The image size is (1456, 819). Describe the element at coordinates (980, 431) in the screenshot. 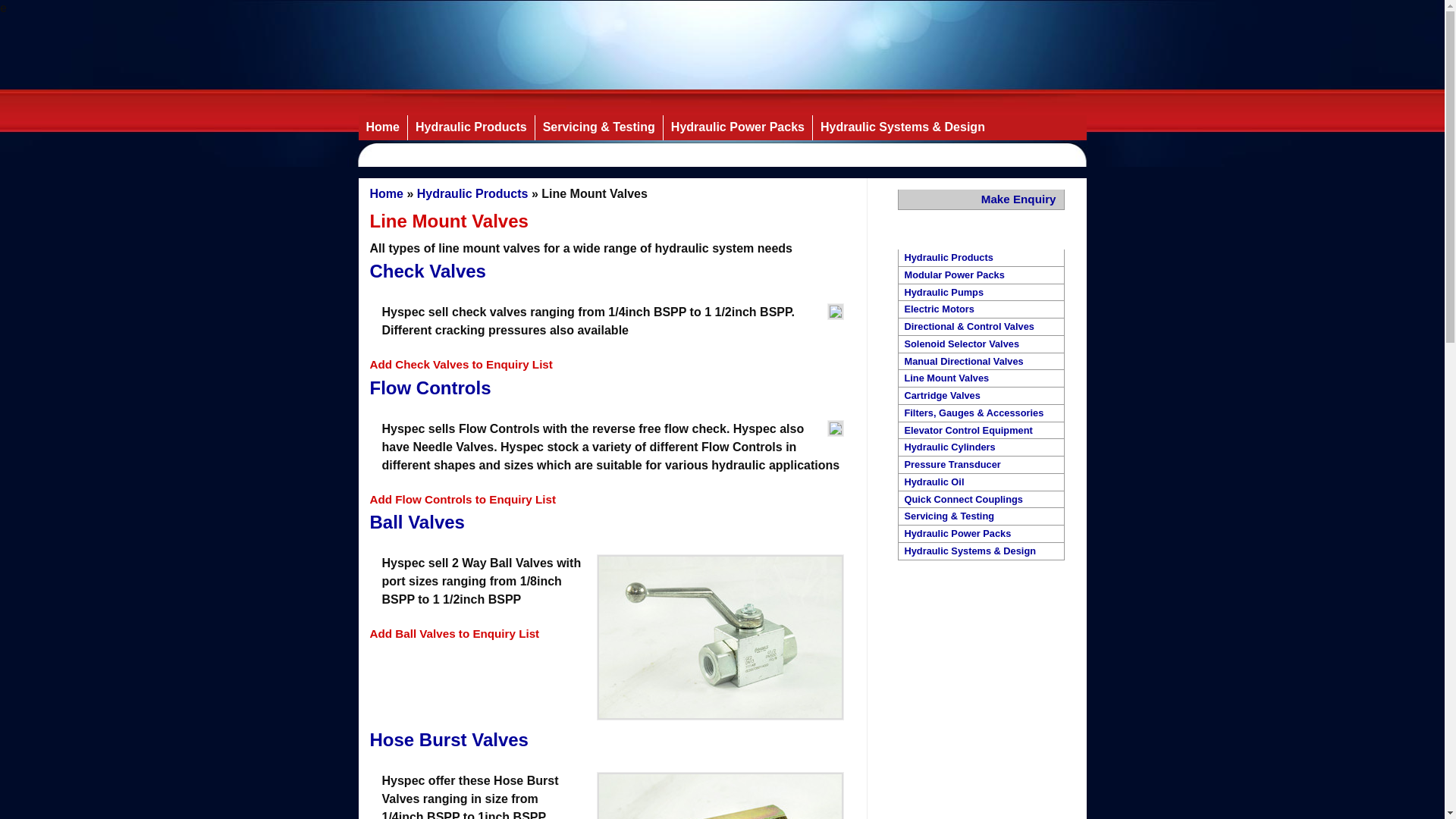

I see `'Elevator Control Equipment'` at that location.